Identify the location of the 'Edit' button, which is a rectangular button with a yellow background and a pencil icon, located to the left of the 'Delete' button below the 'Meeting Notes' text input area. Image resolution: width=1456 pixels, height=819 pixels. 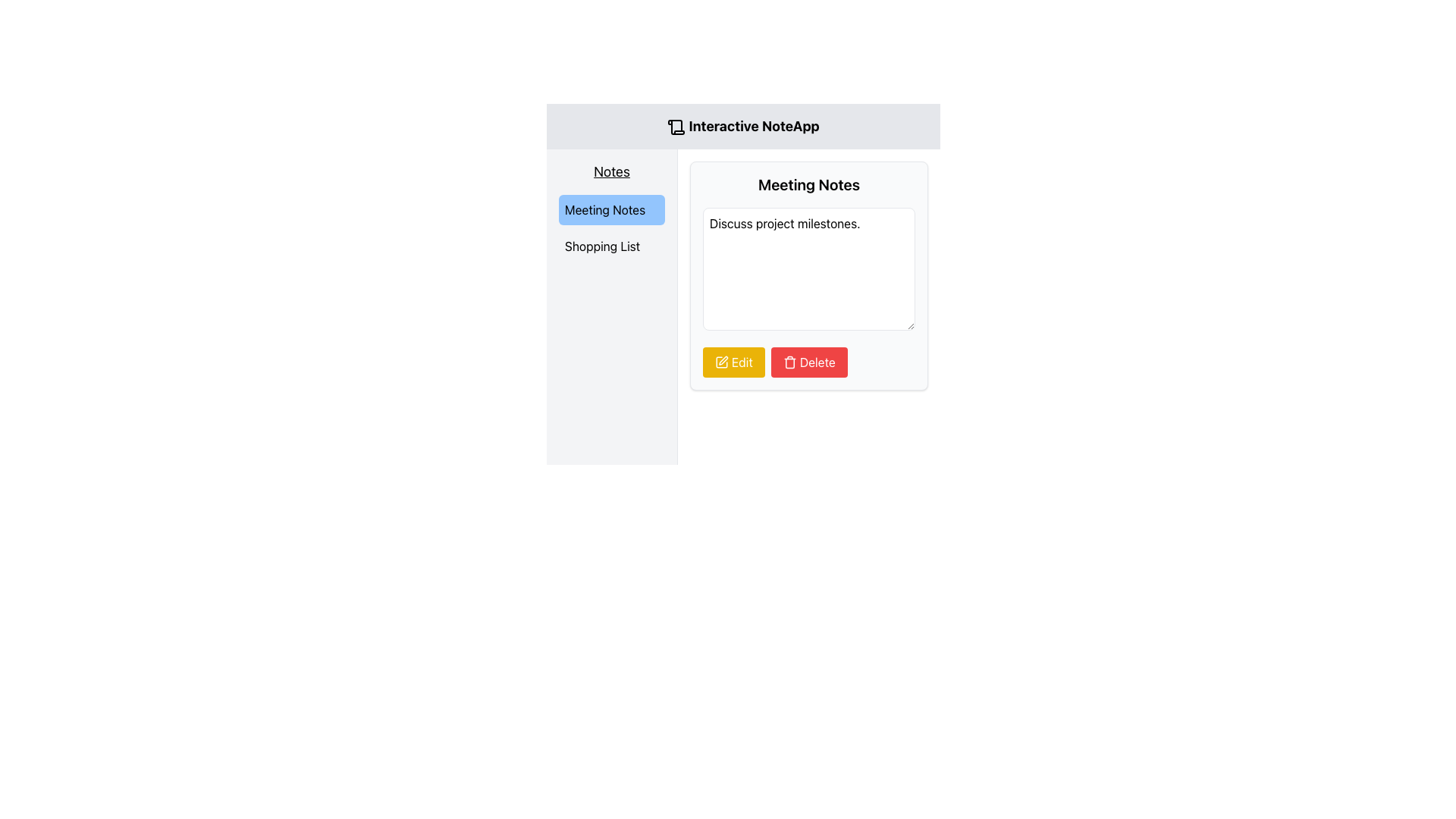
(733, 362).